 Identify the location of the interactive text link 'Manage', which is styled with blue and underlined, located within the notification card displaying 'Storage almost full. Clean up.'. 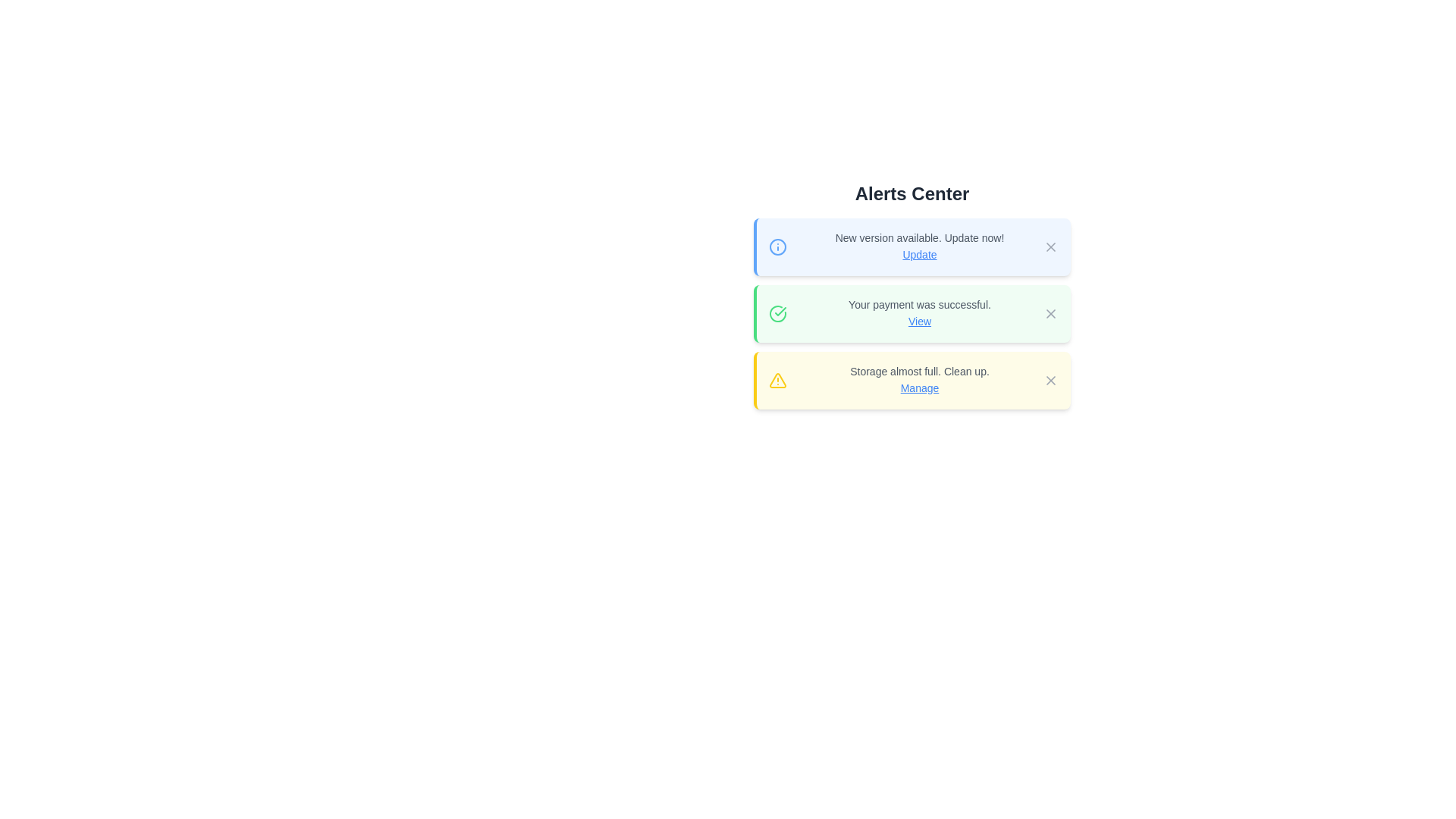
(919, 388).